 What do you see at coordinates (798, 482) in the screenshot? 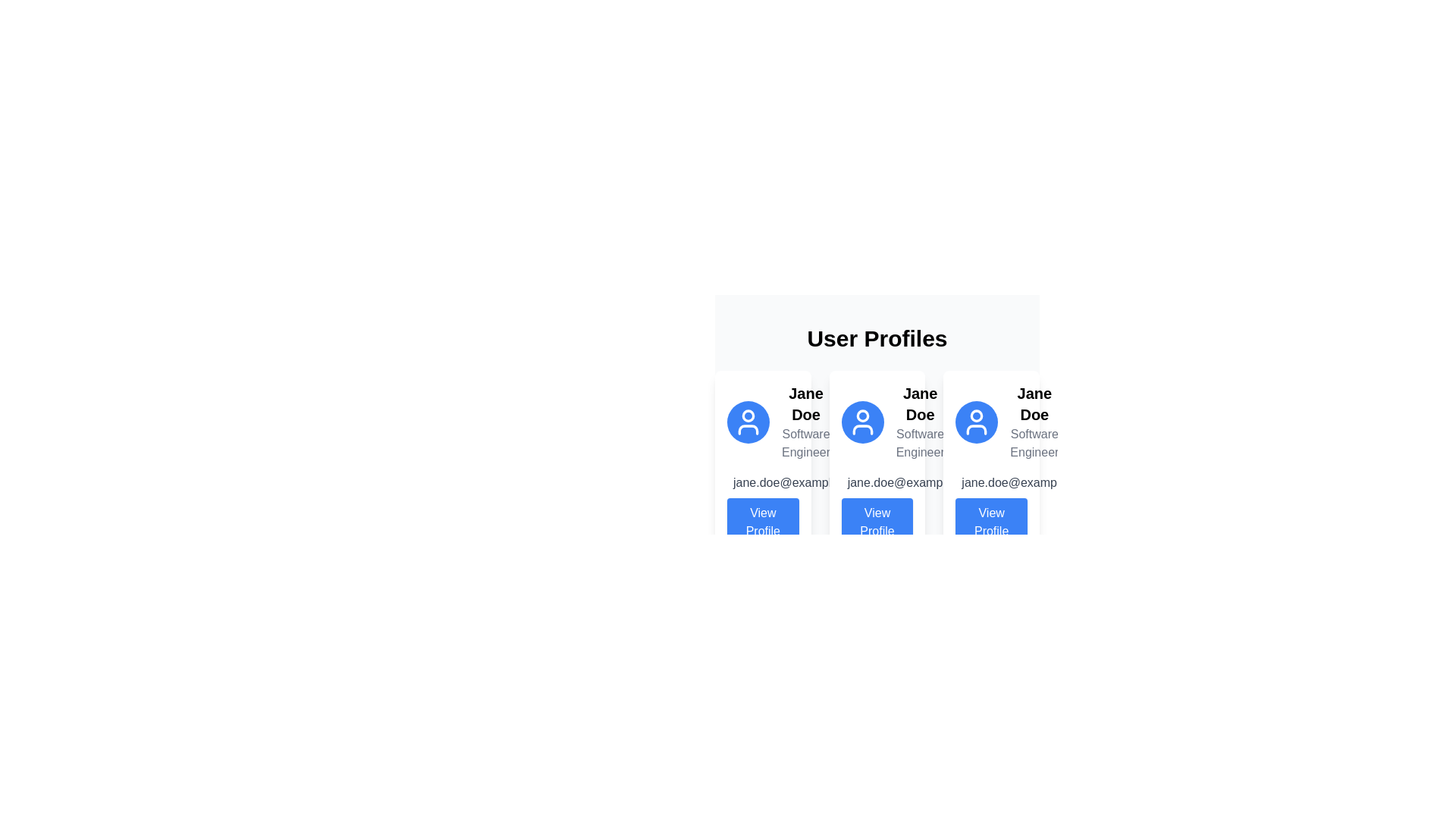
I see `the text label displaying 'jane.doe@example.com' located beneath the 'Software Engineer' subtitle and above the 'View Profile' button in the user profile card` at bounding box center [798, 482].